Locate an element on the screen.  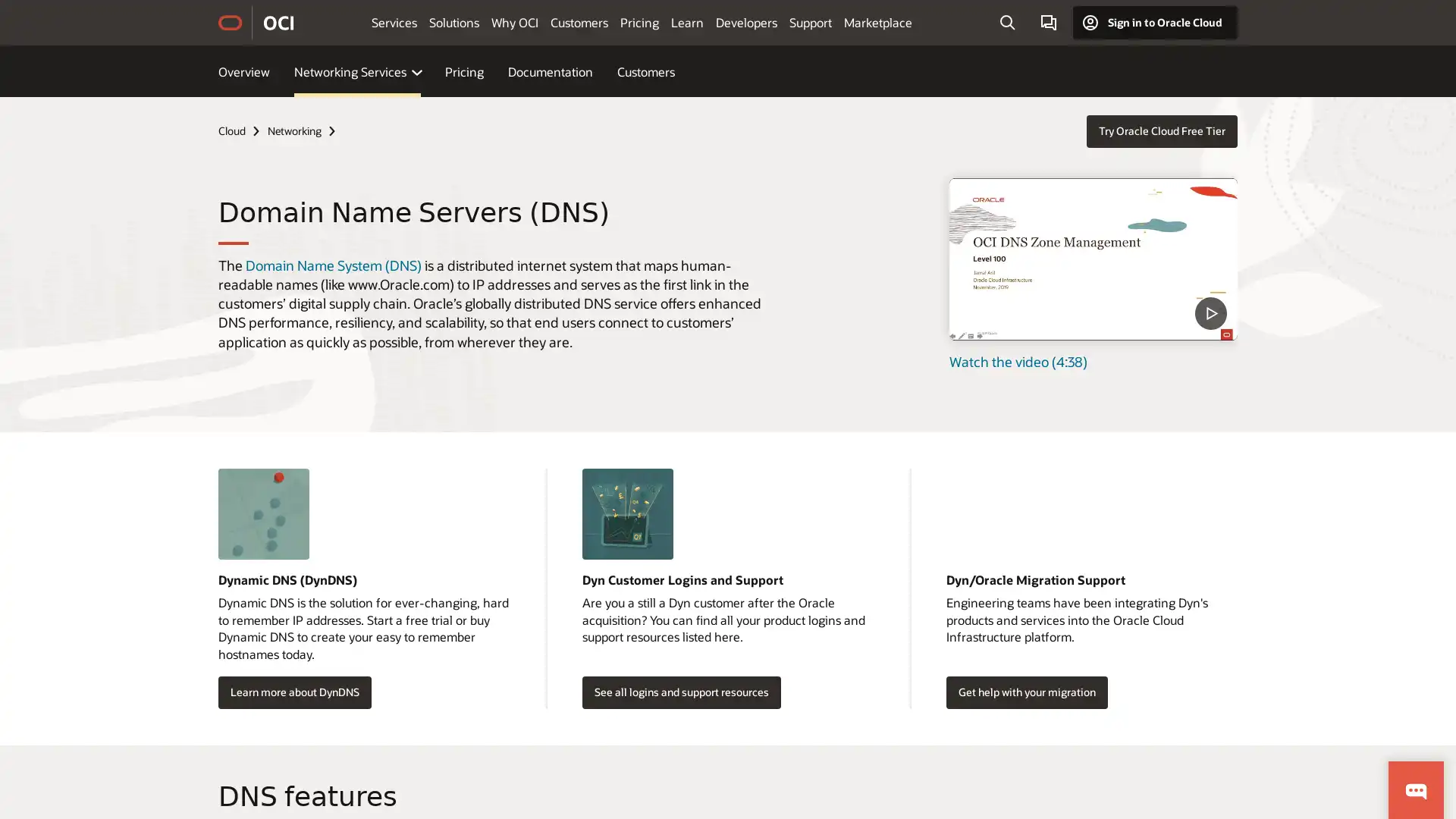
Developers is located at coordinates (746, 22).